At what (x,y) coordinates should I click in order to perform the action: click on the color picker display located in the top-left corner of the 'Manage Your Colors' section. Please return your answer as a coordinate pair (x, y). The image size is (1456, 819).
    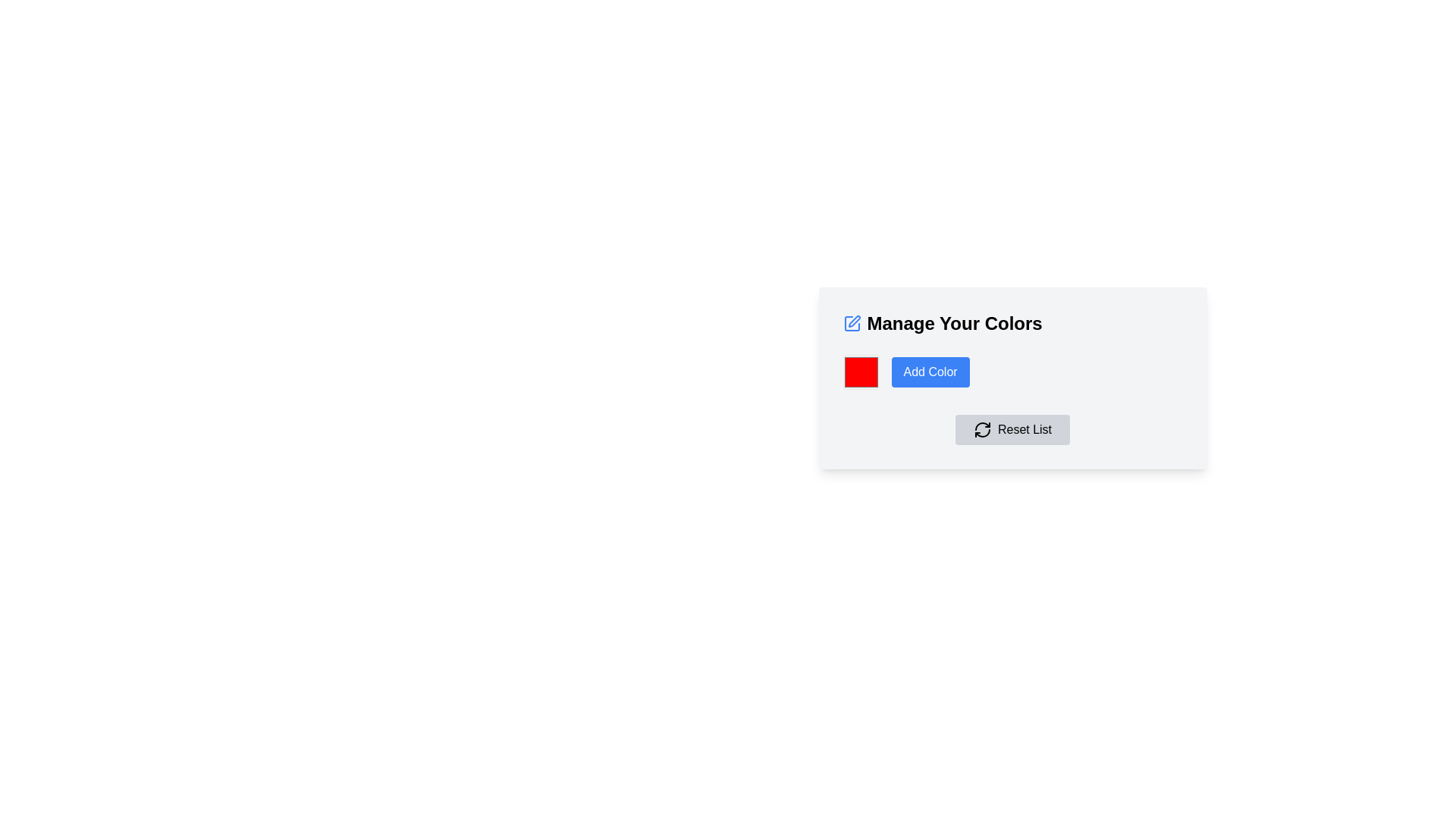
    Looking at the image, I should click on (861, 372).